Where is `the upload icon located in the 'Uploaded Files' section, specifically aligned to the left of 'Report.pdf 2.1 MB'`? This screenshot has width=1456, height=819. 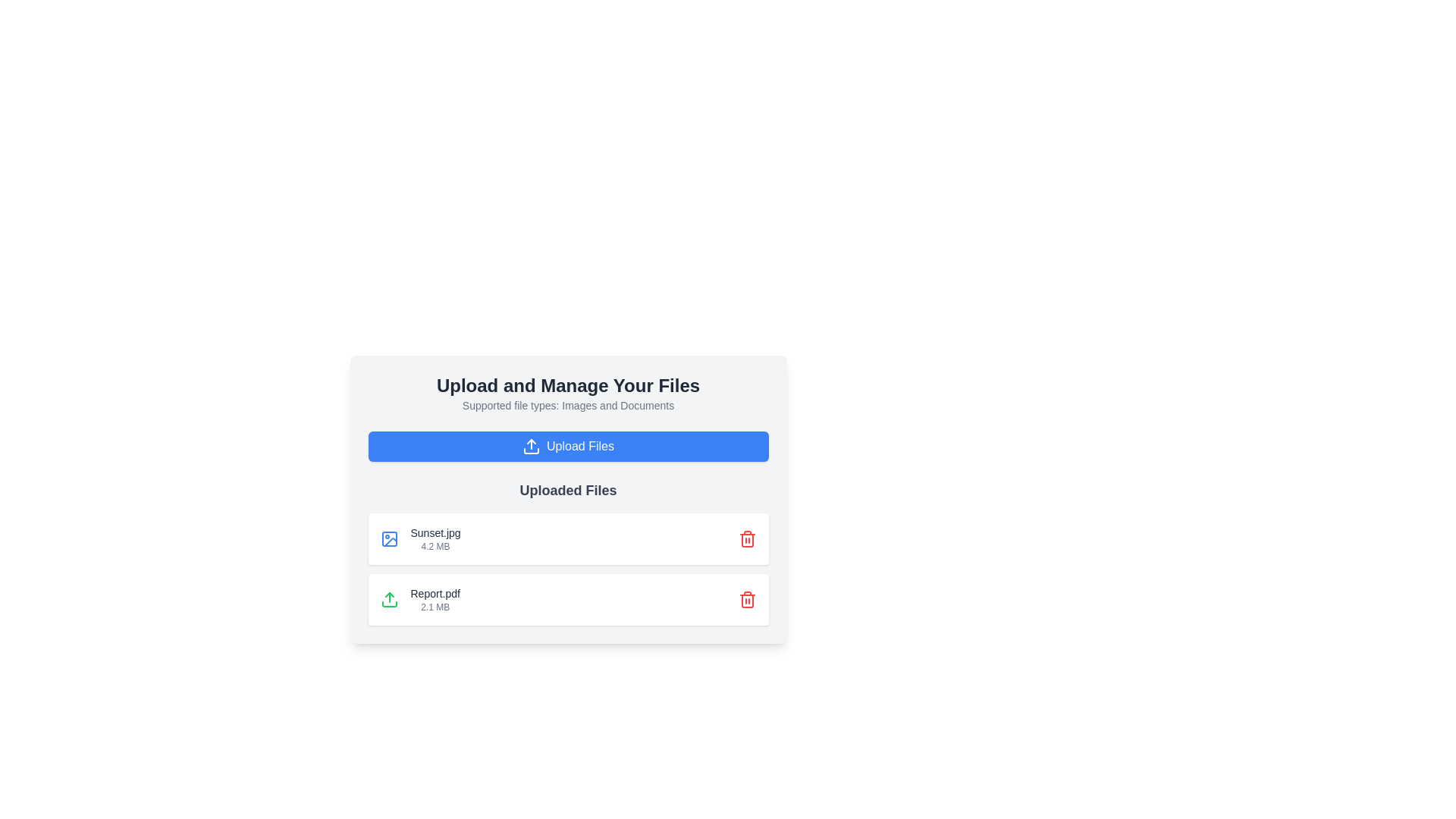
the upload icon located in the 'Uploaded Files' section, specifically aligned to the left of 'Report.pdf 2.1 MB' is located at coordinates (389, 598).